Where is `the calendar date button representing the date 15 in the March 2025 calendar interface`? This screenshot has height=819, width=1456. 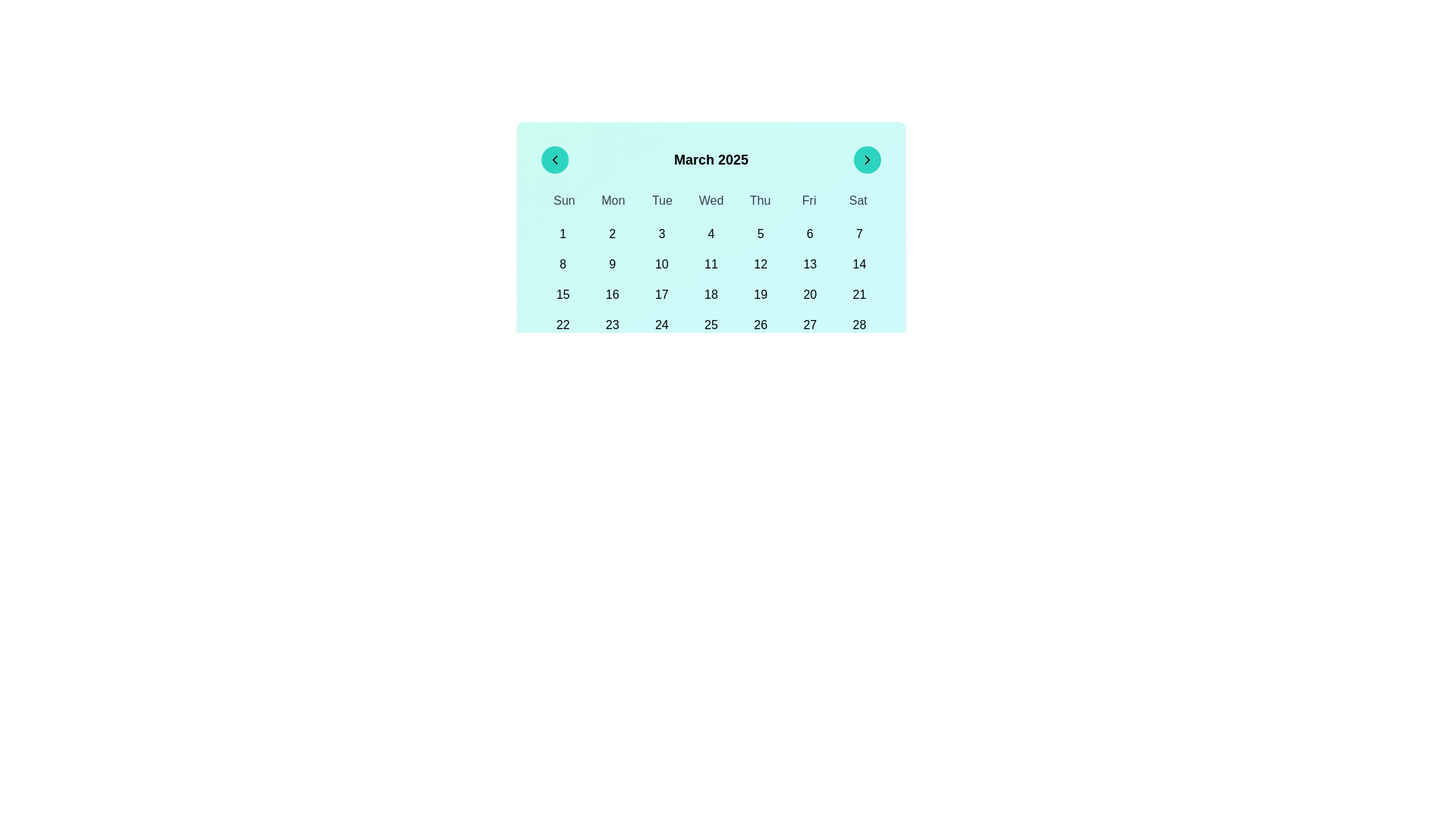
the calendar date button representing the date 15 in the March 2025 calendar interface is located at coordinates (562, 295).